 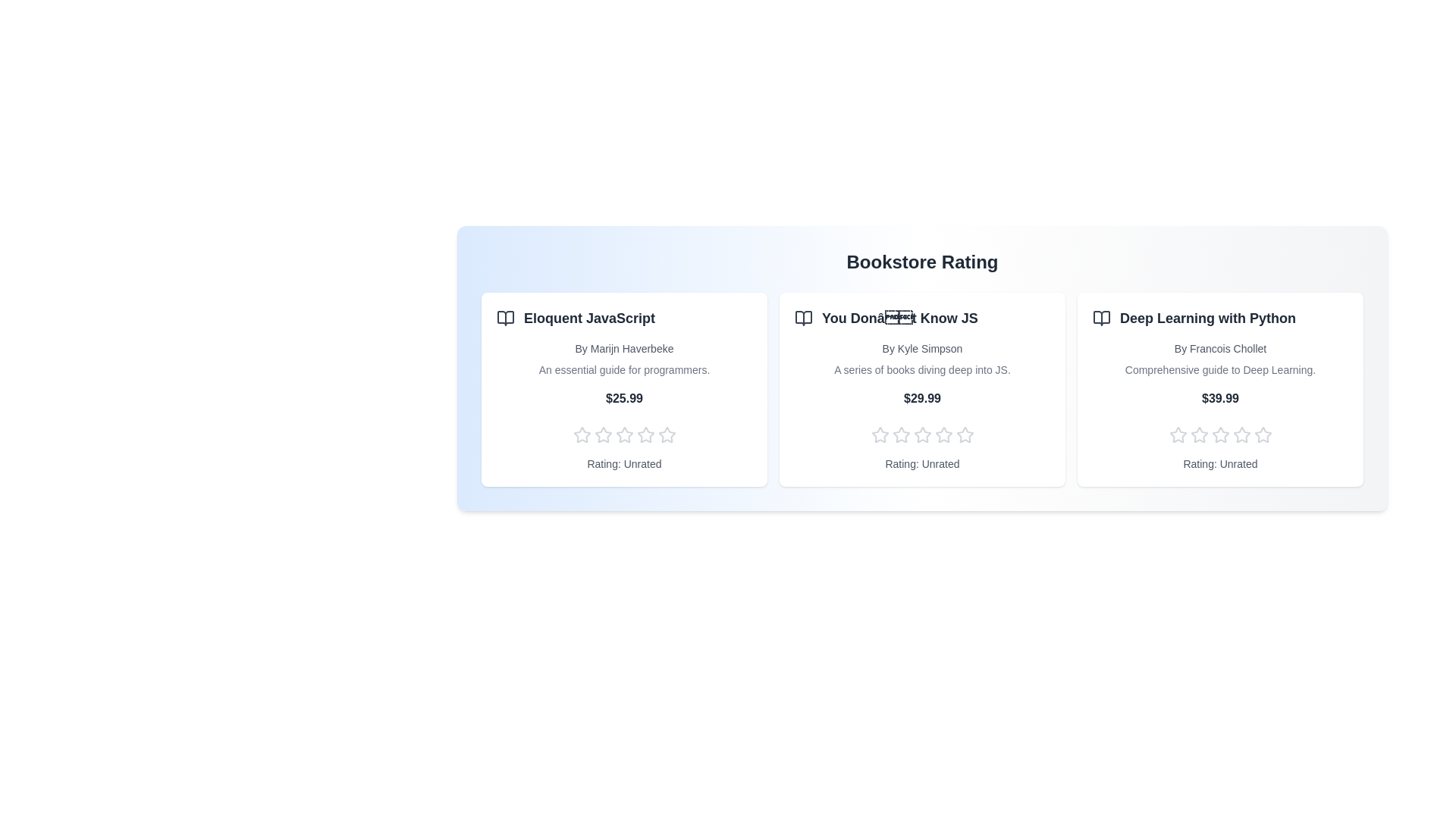 What do you see at coordinates (602, 435) in the screenshot?
I see `the rating of a book to 2 stars by clicking on the corresponding star` at bounding box center [602, 435].